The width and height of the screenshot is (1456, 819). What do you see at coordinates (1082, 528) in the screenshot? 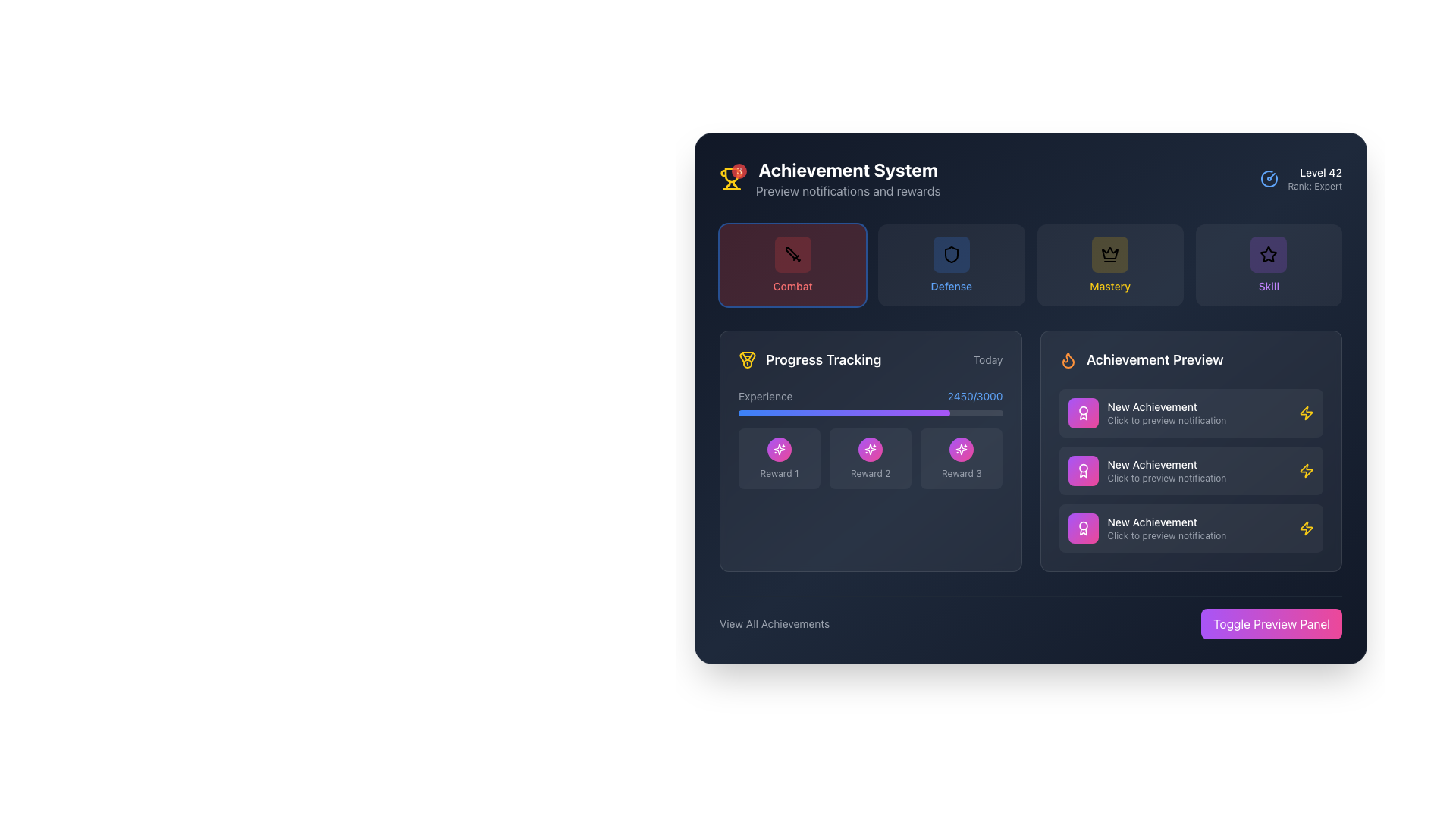
I see `the Decorative Icon located in the 'Achievement Preview' section, positioned to the left of the 'New Achievement' text in the third row of achievement entries` at bounding box center [1082, 528].